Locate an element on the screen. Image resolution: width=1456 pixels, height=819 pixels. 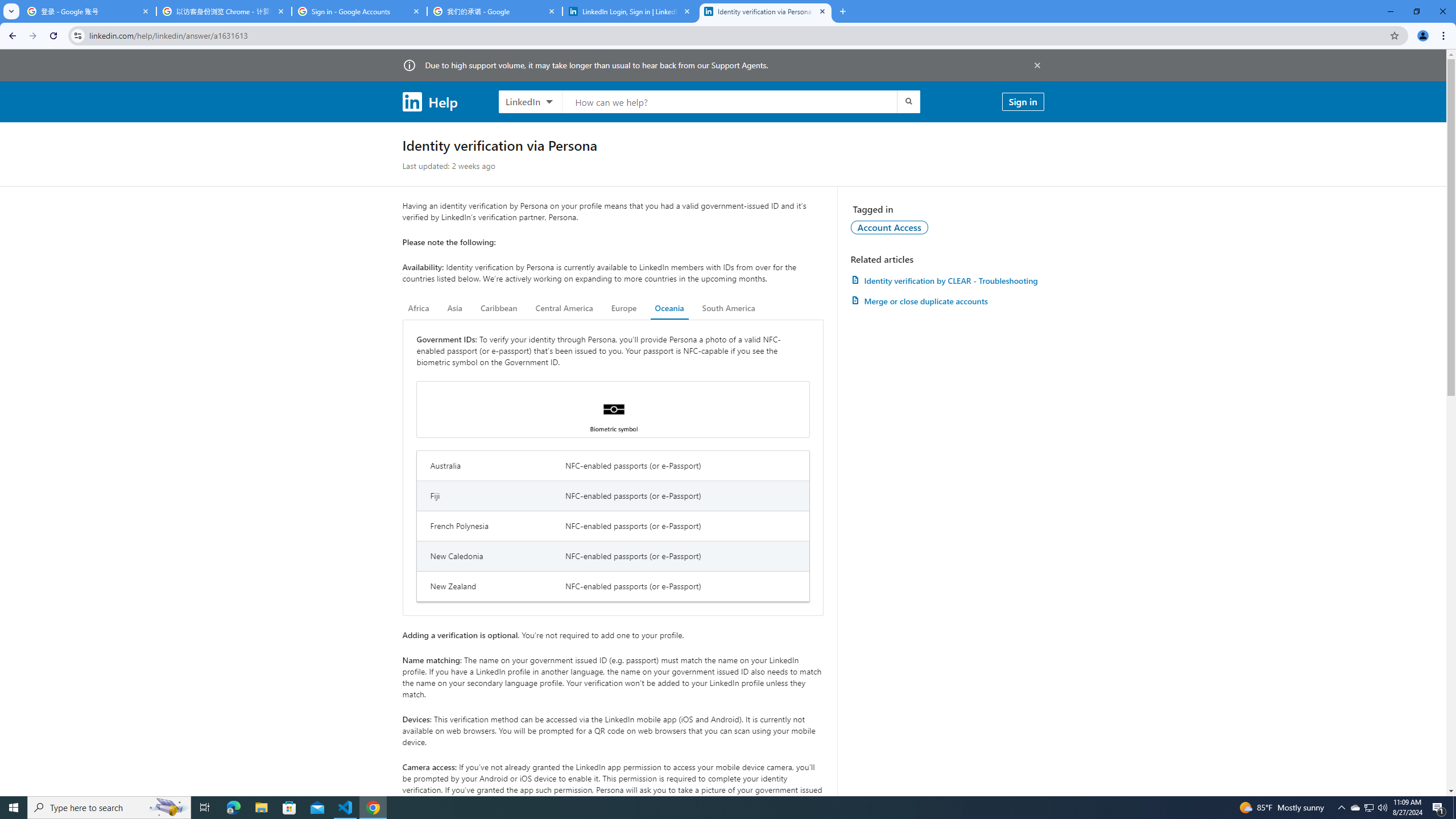
'Identity verification via Persona | LinkedIn Help' is located at coordinates (765, 11).